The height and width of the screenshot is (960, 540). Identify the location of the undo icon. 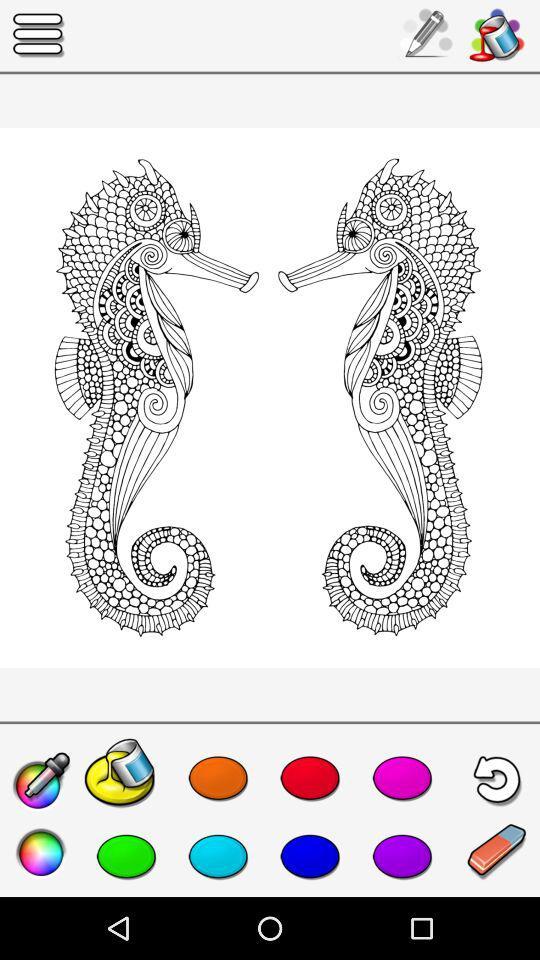
(496, 779).